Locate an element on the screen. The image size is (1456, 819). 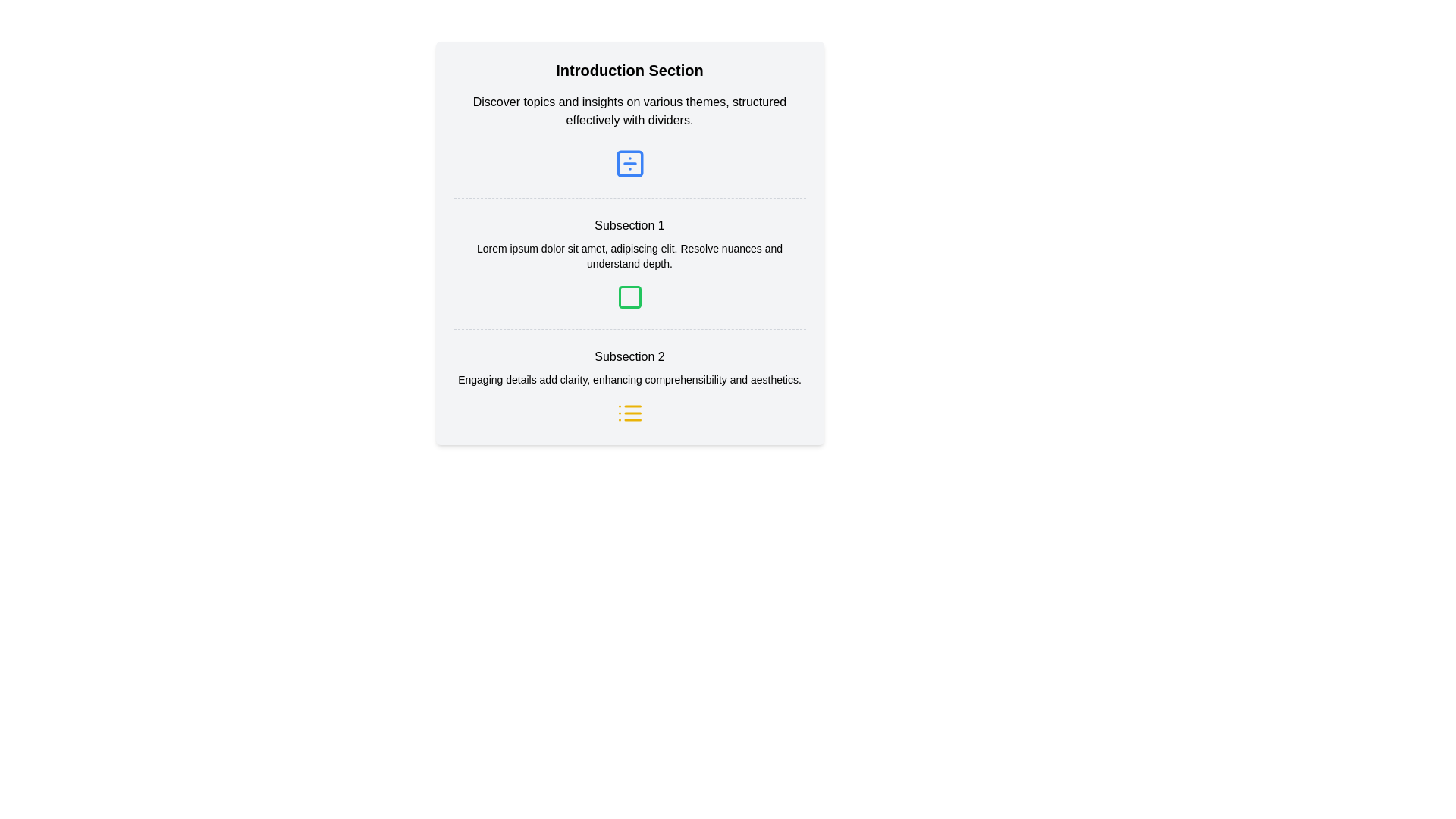
the text block that says 'Lorem ipsum dolor sit amet, adipiscing elit. Resolve nuances and understand depth.' located in 'Subsection 1' is located at coordinates (629, 256).